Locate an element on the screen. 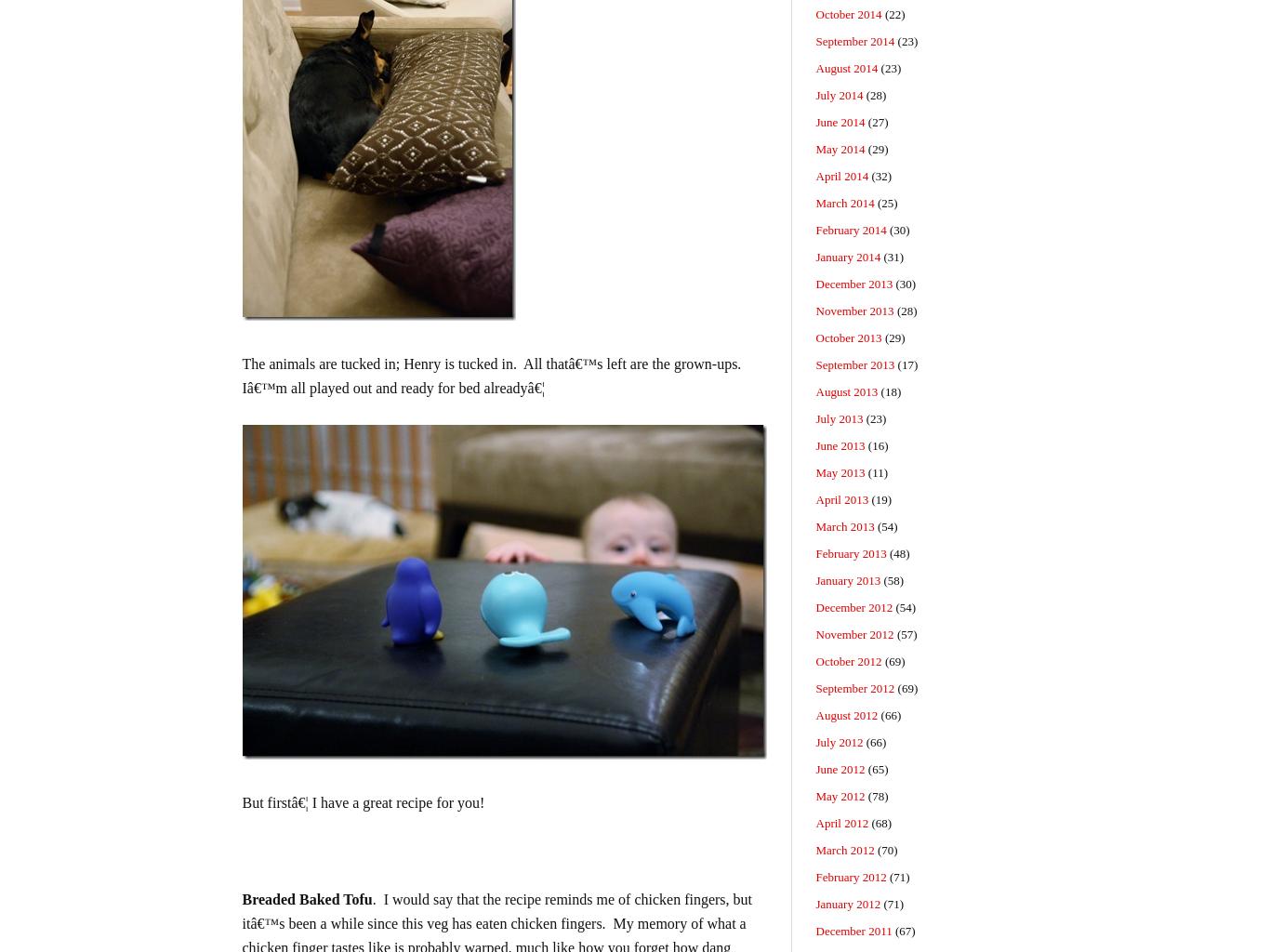 This screenshot has height=952, width=1270. '(22)' is located at coordinates (893, 14).